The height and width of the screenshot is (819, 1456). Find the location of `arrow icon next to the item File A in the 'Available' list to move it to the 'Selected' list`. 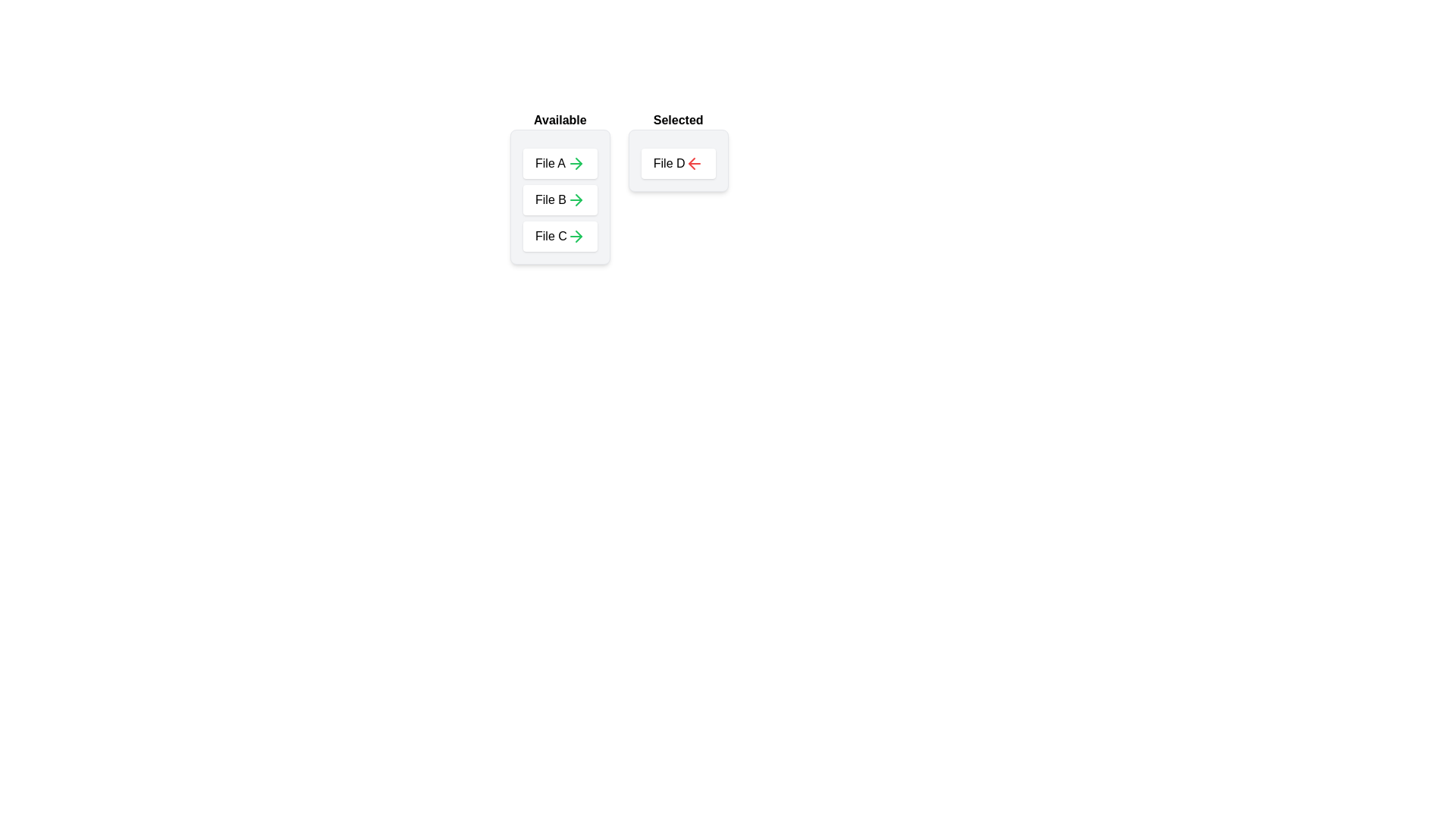

arrow icon next to the item File A in the 'Available' list to move it to the 'Selected' list is located at coordinates (575, 164).